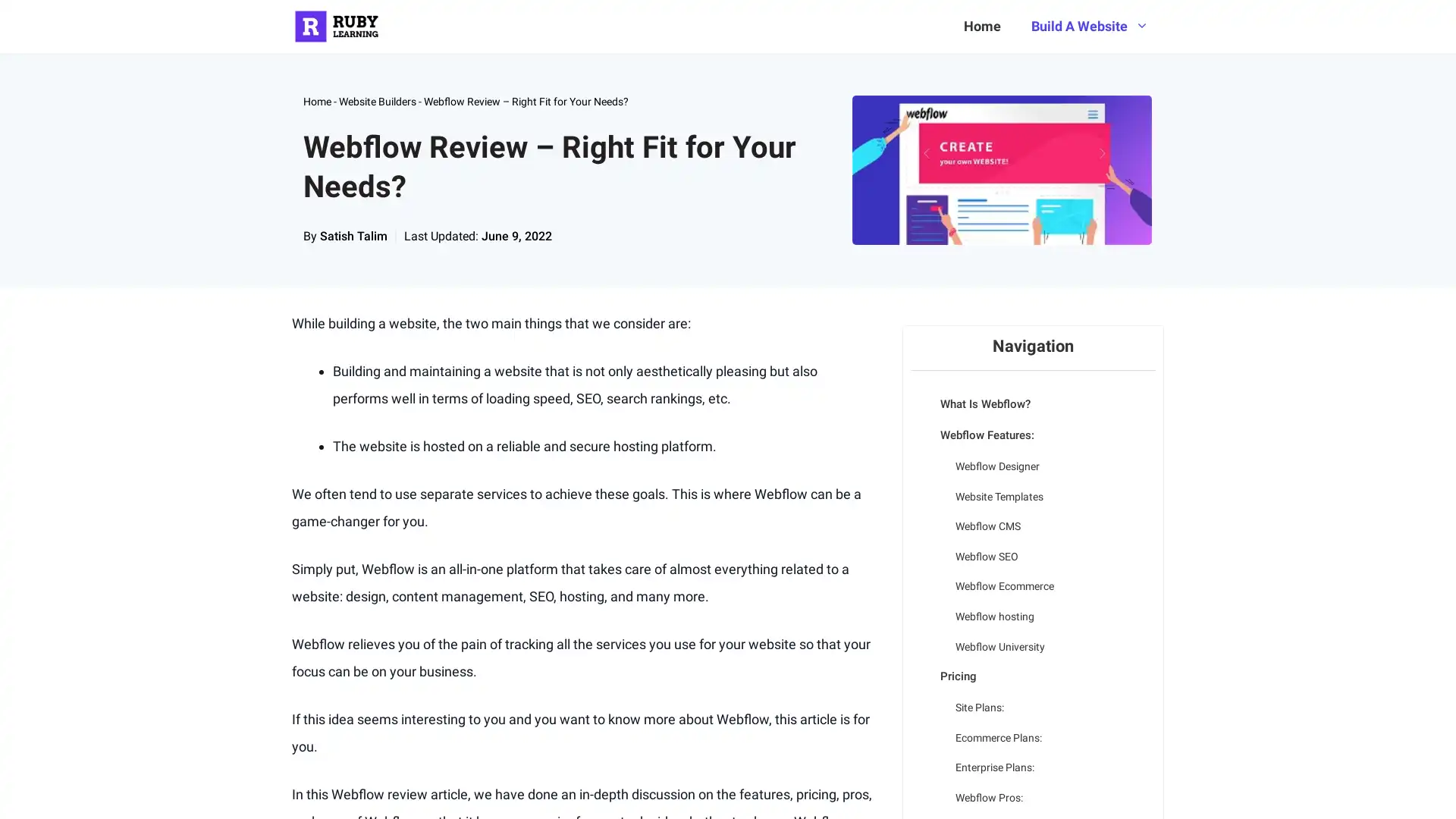 This screenshot has width=1456, height=819. Describe the element at coordinates (921, 424) in the screenshot. I see `Expand or collapse` at that location.